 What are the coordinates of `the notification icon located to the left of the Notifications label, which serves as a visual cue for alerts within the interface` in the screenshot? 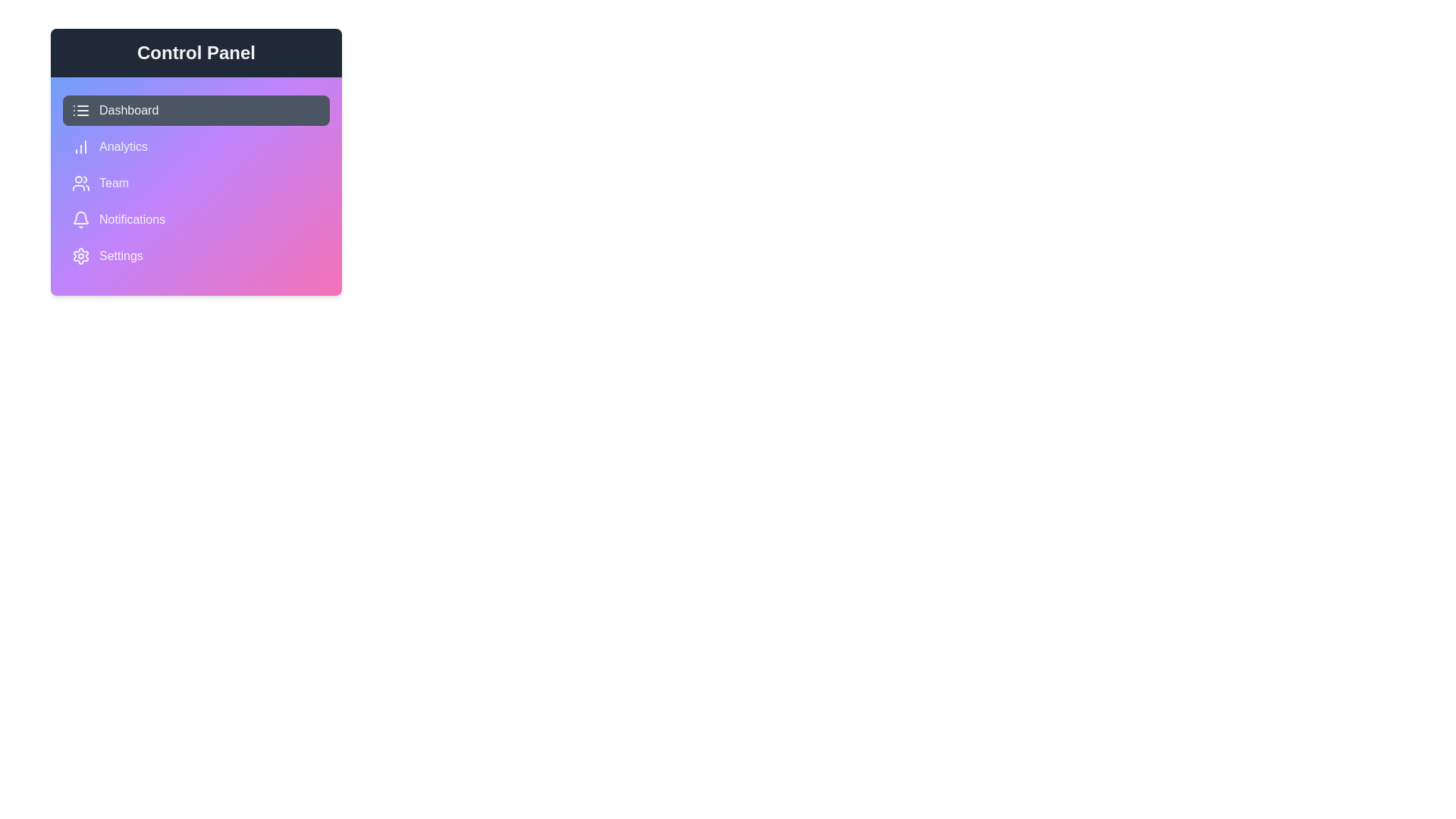 It's located at (80, 218).